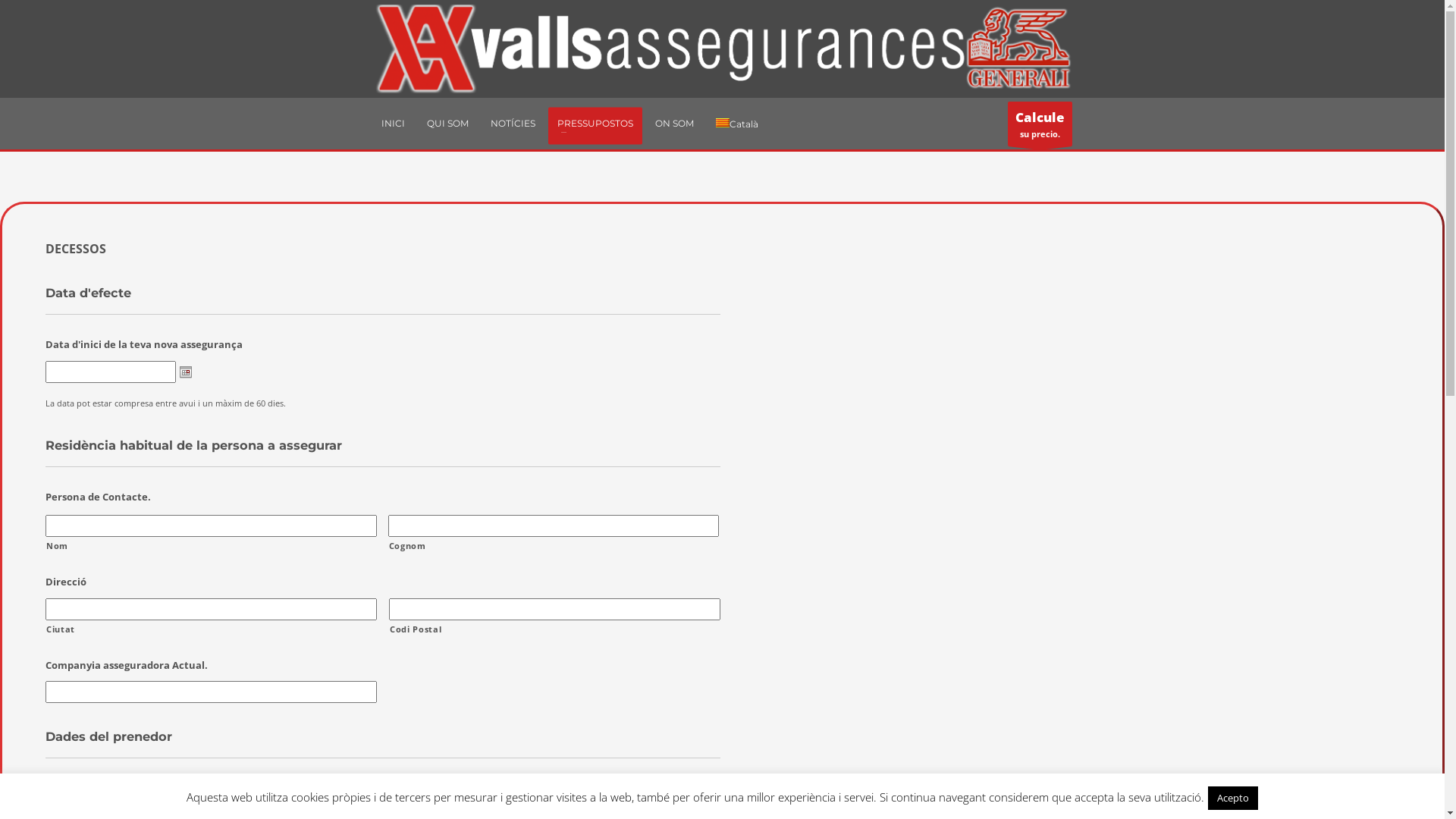  Describe the element at coordinates (673, 122) in the screenshot. I see `'ON SOM'` at that location.